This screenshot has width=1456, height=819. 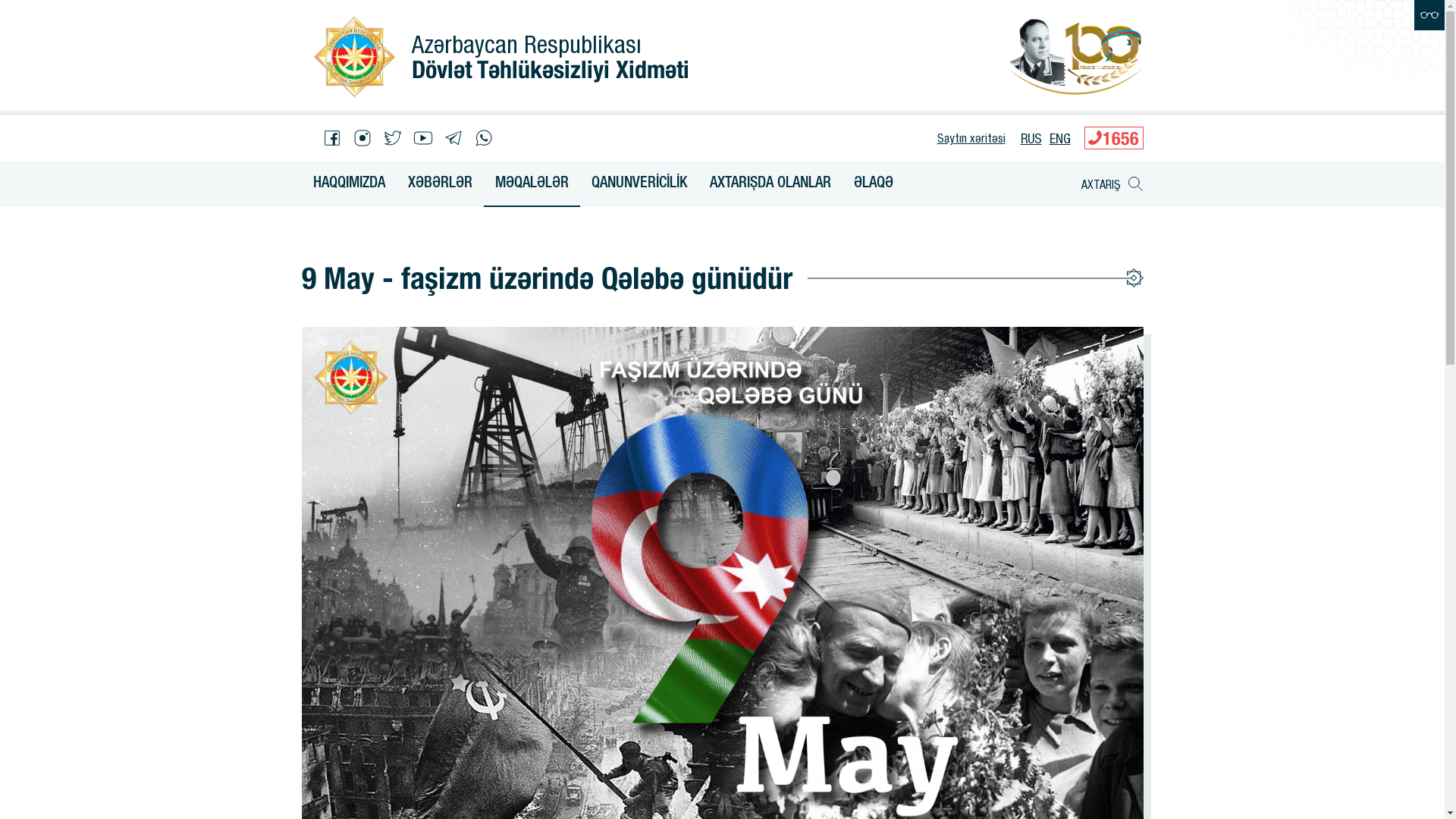 I want to click on 'RUS', so click(x=1031, y=137).